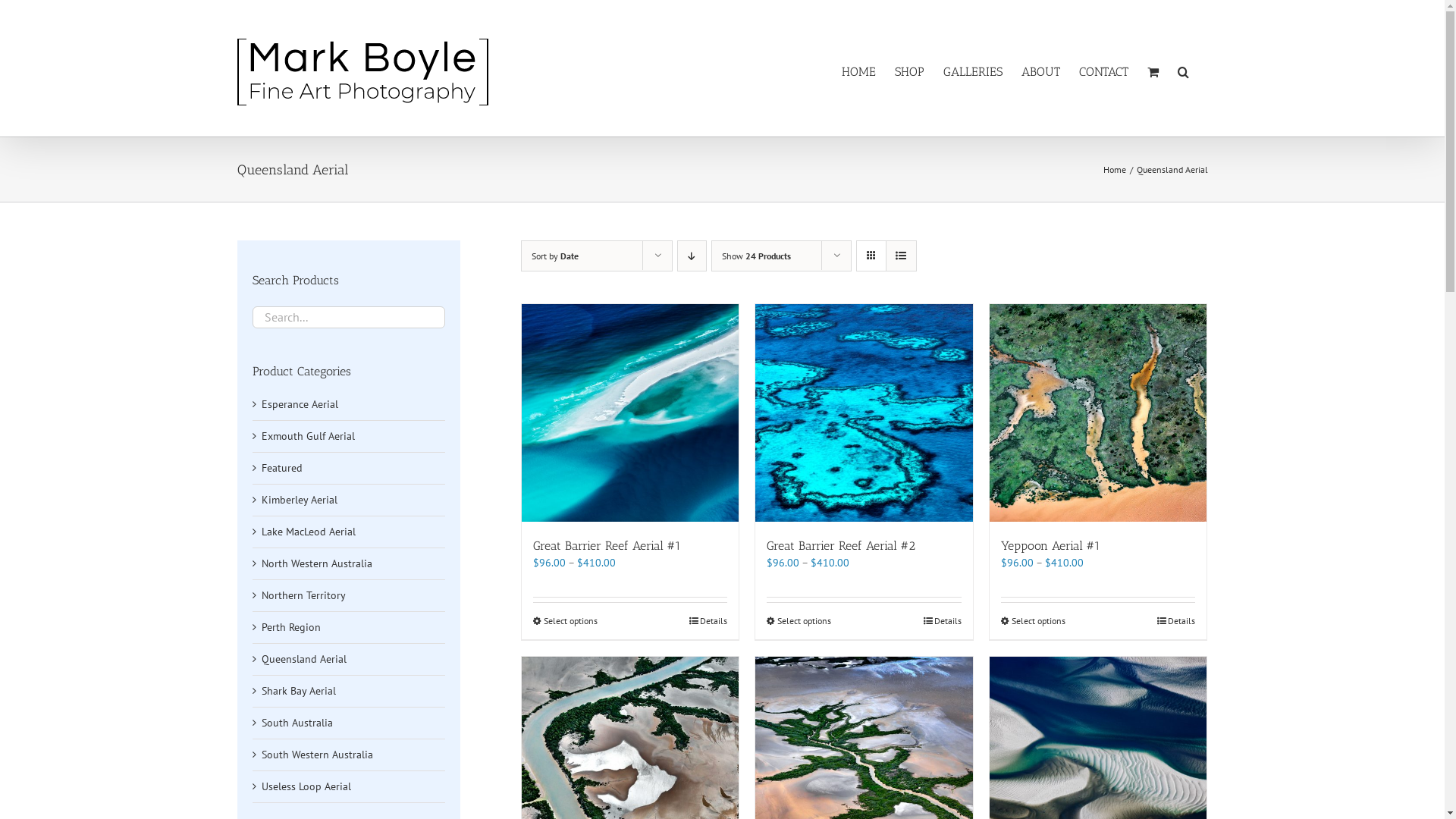 Image resolution: width=1456 pixels, height=819 pixels. I want to click on 'ABOUT', so click(1020, 72).